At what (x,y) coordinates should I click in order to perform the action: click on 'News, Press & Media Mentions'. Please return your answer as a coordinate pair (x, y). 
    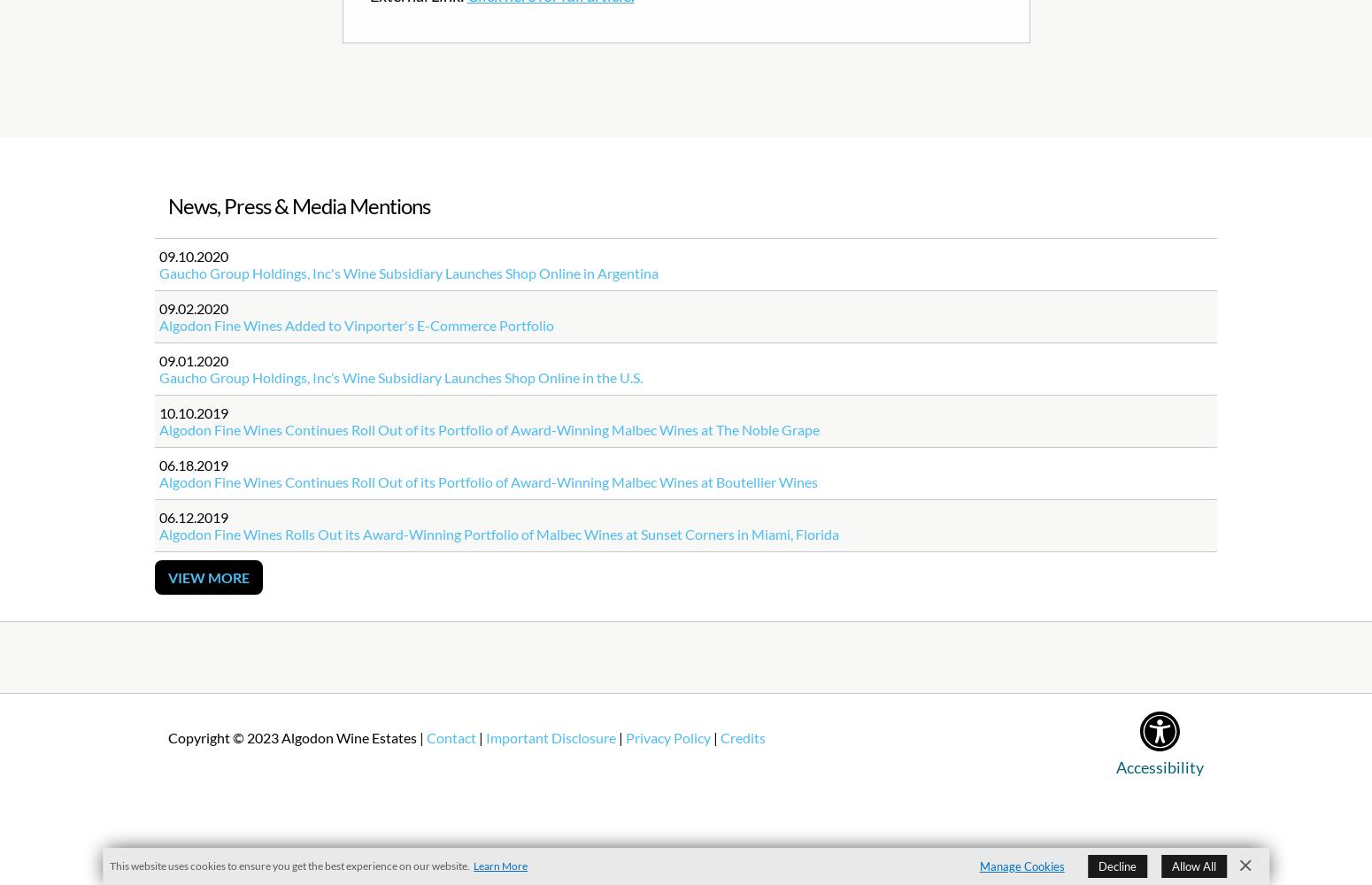
    Looking at the image, I should click on (298, 204).